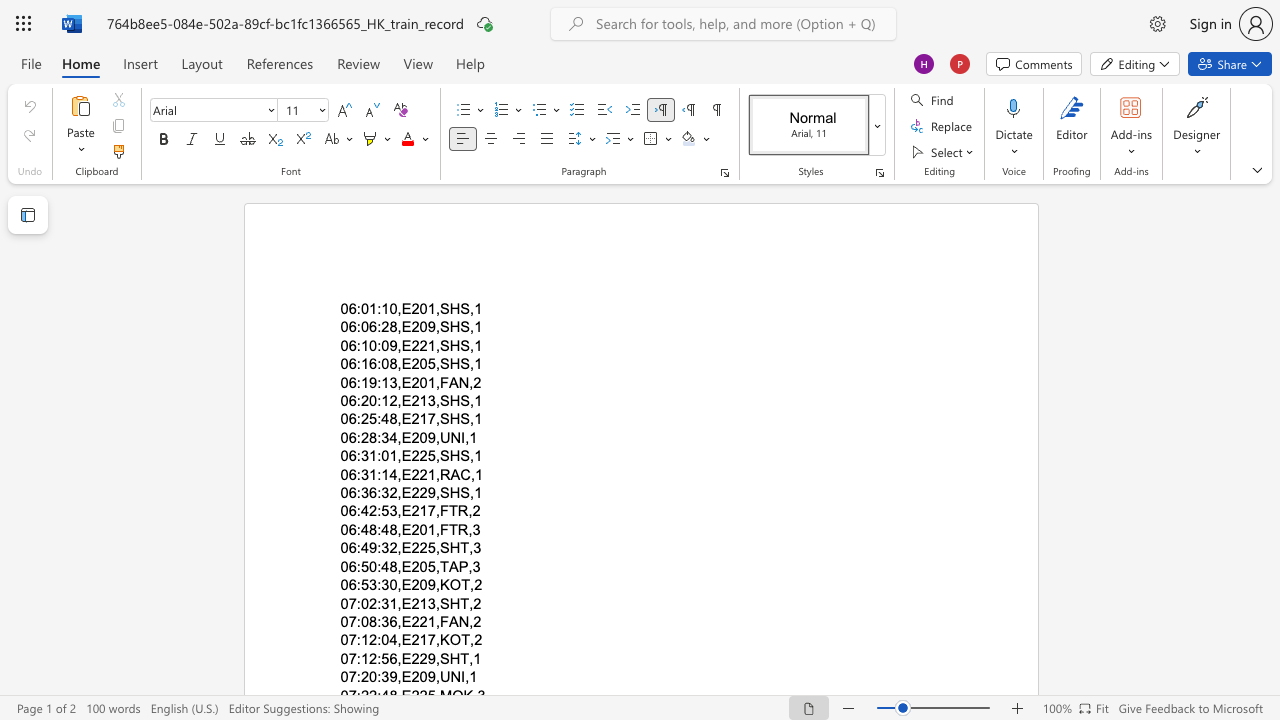  Describe the element at coordinates (448, 658) in the screenshot. I see `the subset text "HT" within the text "07:12:56,E229,SHT,1"` at that location.